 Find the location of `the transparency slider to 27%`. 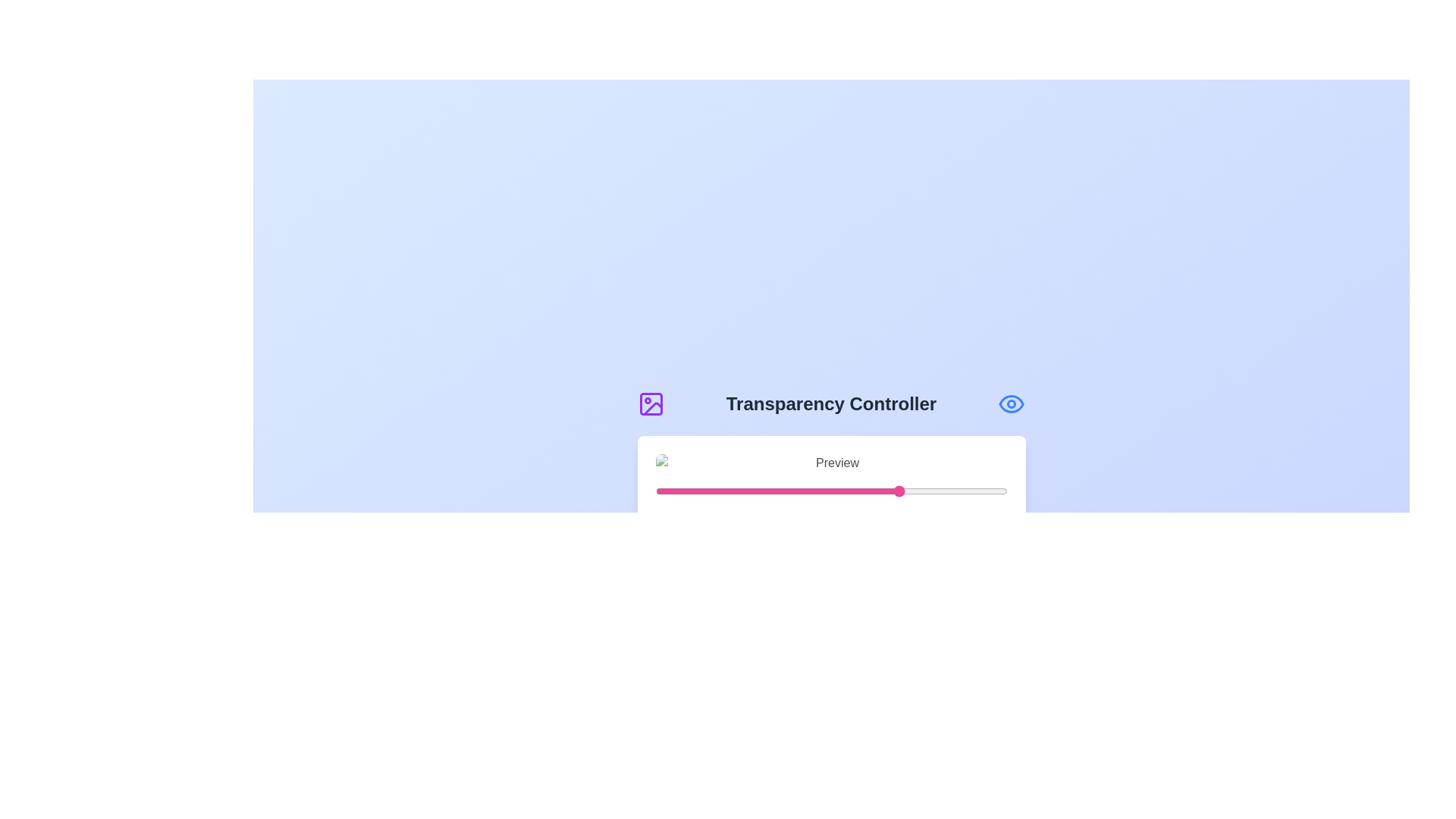

the transparency slider to 27% is located at coordinates (750, 491).